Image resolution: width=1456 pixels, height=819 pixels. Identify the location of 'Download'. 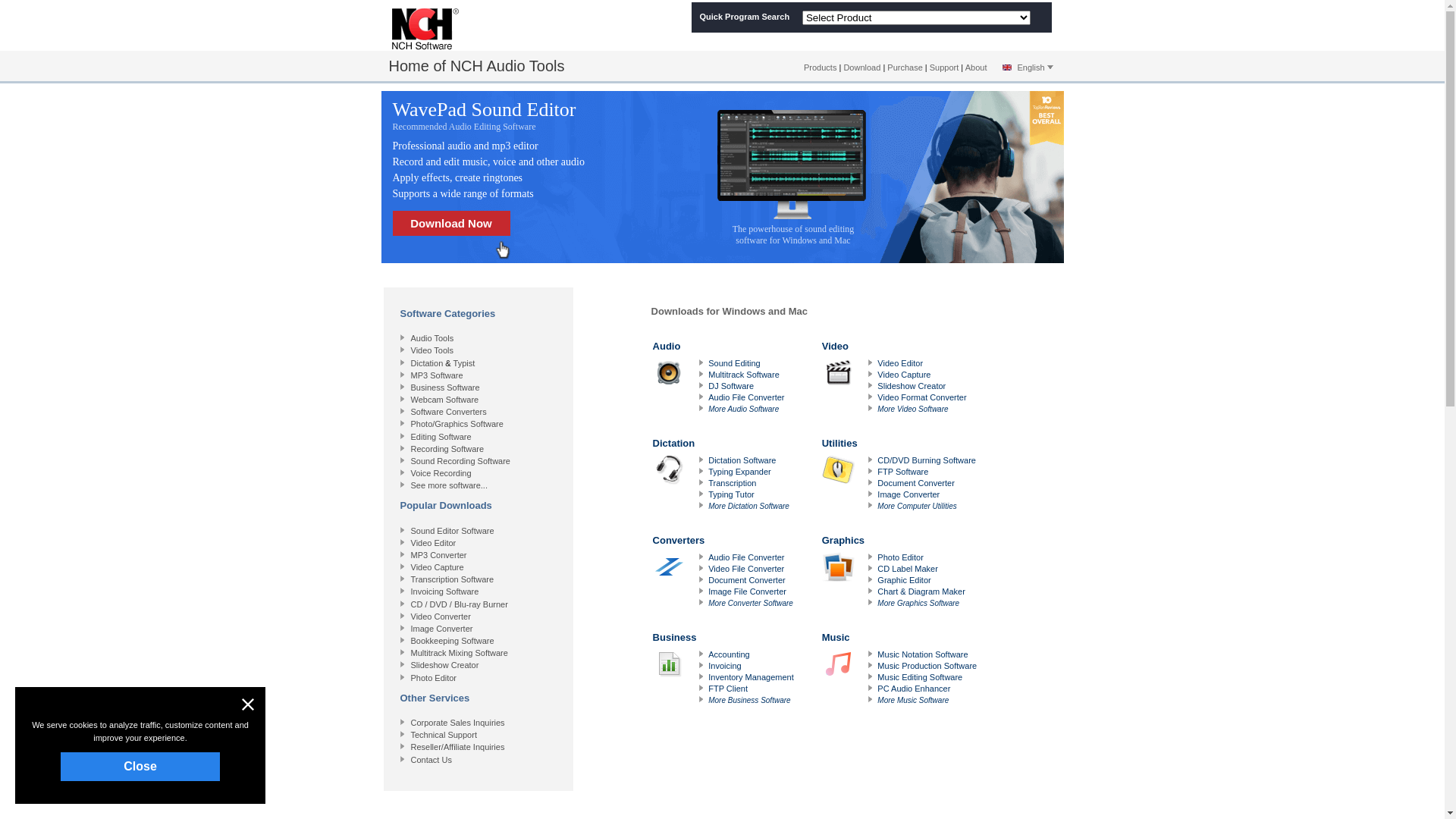
(861, 66).